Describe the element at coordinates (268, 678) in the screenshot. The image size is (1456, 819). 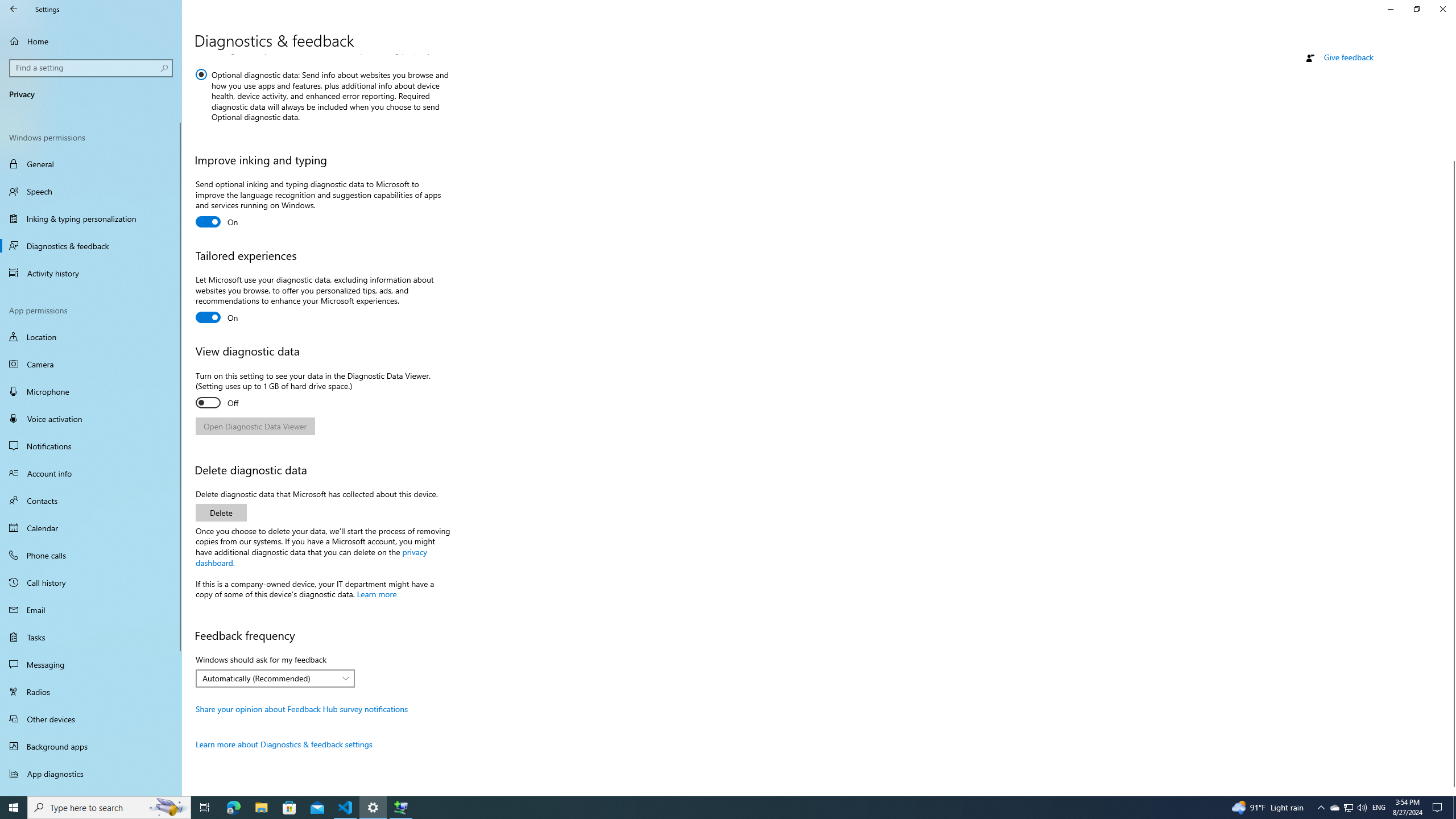
I see `'Automatically (Recommended)'` at that location.